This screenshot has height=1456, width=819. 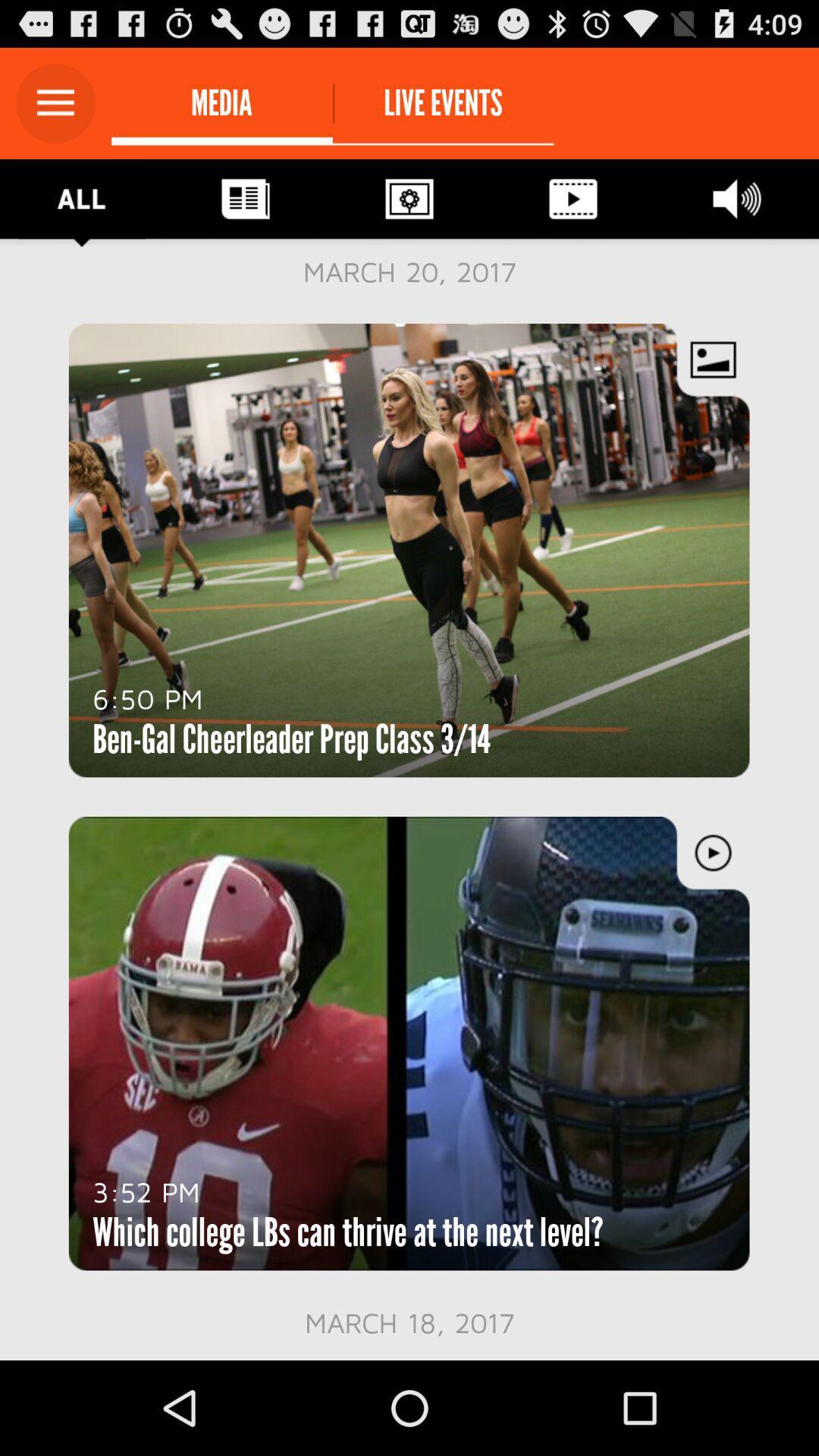 I want to click on the first video below march 20 2017, so click(x=409, y=549).